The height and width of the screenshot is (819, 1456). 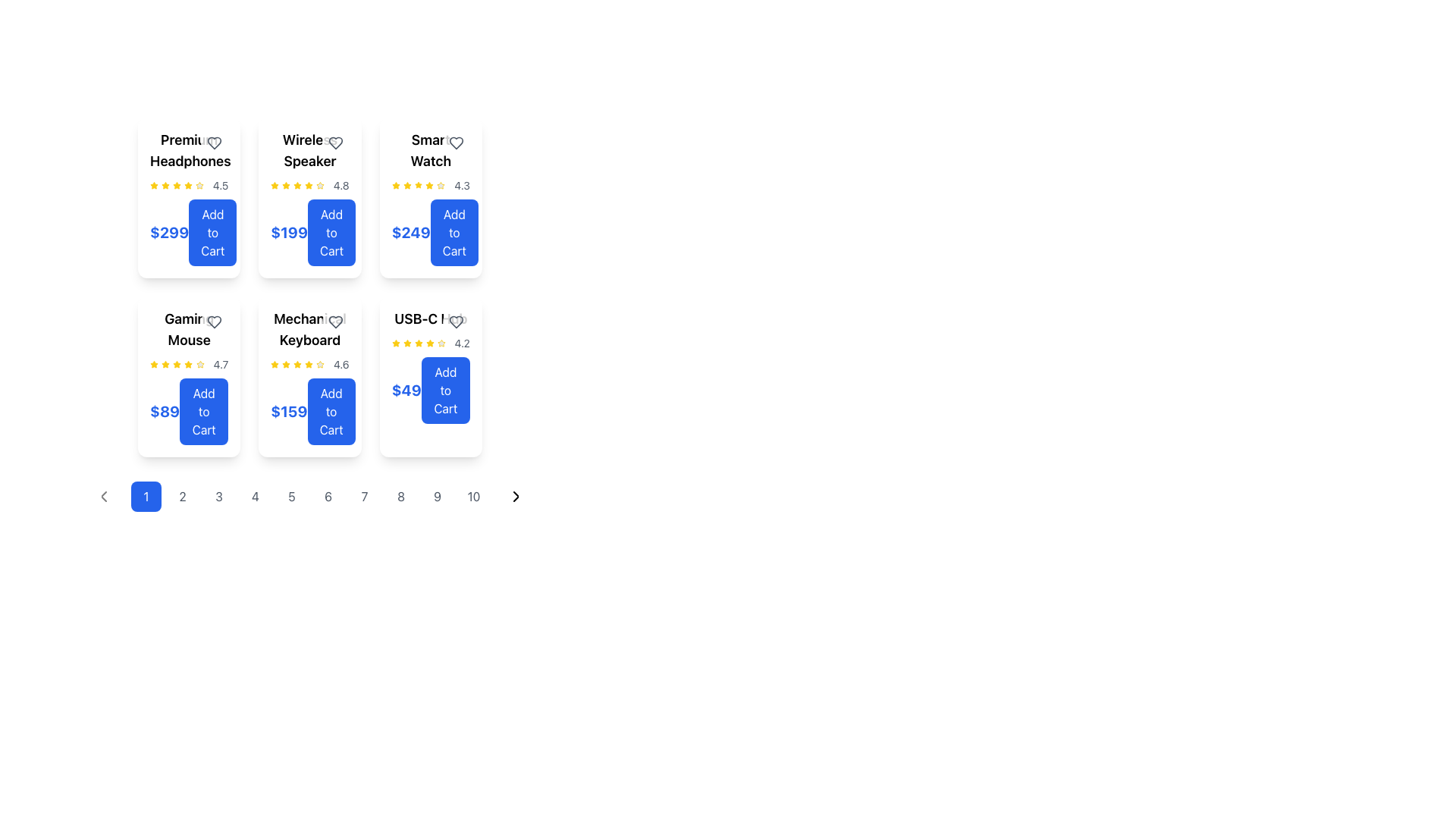 What do you see at coordinates (407, 343) in the screenshot?
I see `the fourth rating star located in the first row of the product grid below the 'Smart Watch' product name` at bounding box center [407, 343].